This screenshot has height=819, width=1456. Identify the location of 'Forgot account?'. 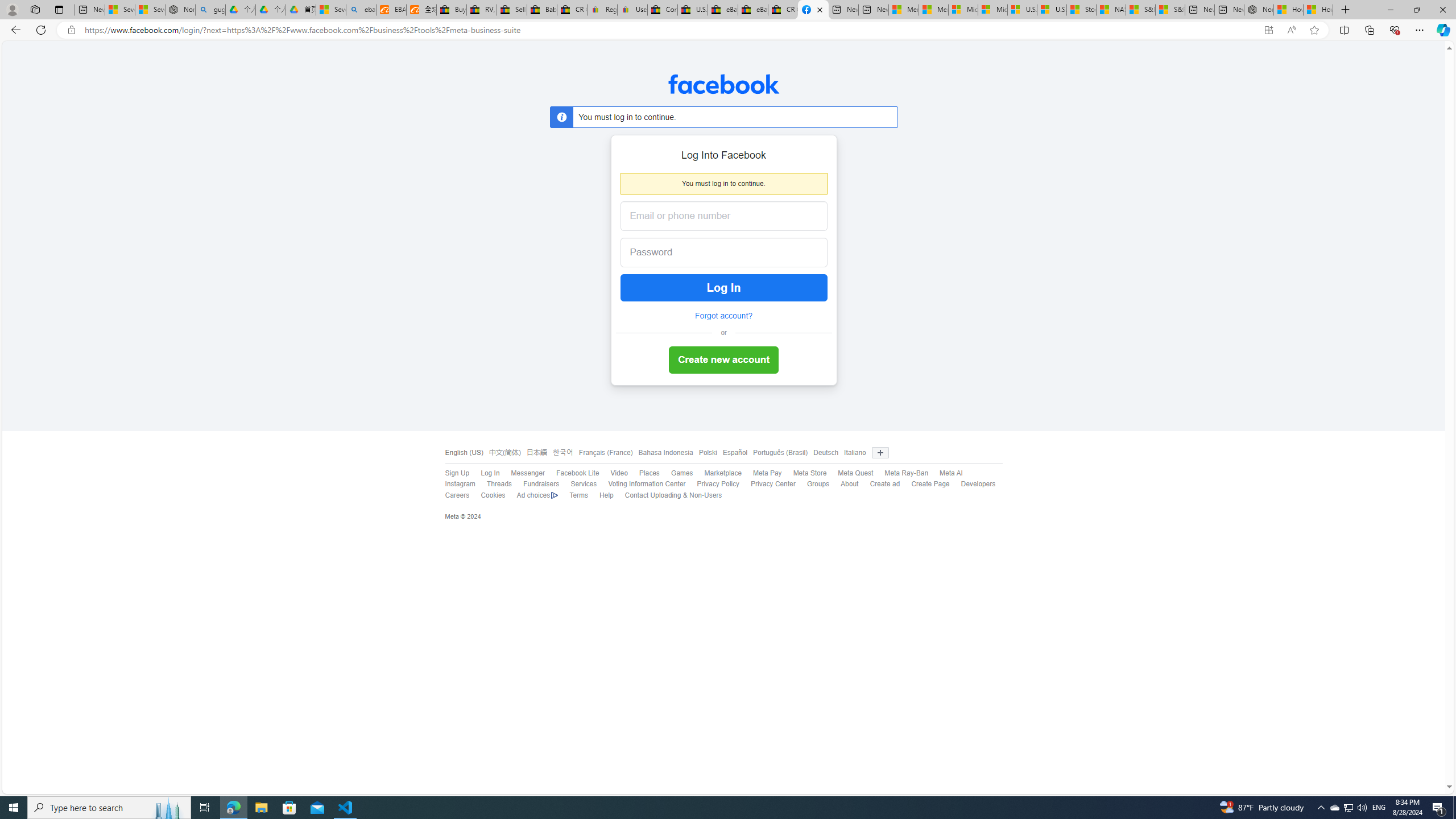
(723, 316).